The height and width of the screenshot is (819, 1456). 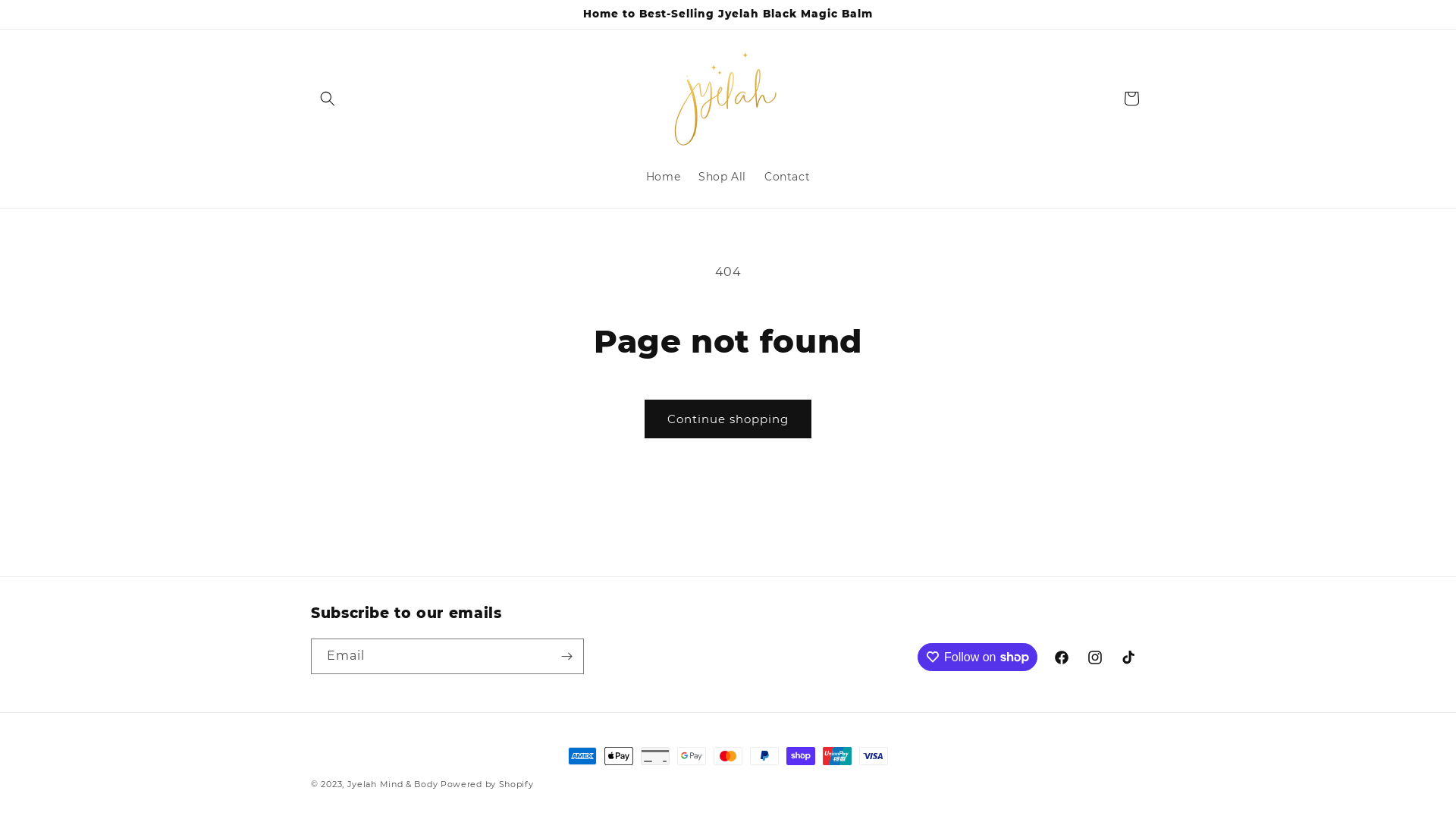 I want to click on 'Jyelah Mind & Body', so click(x=394, y=783).